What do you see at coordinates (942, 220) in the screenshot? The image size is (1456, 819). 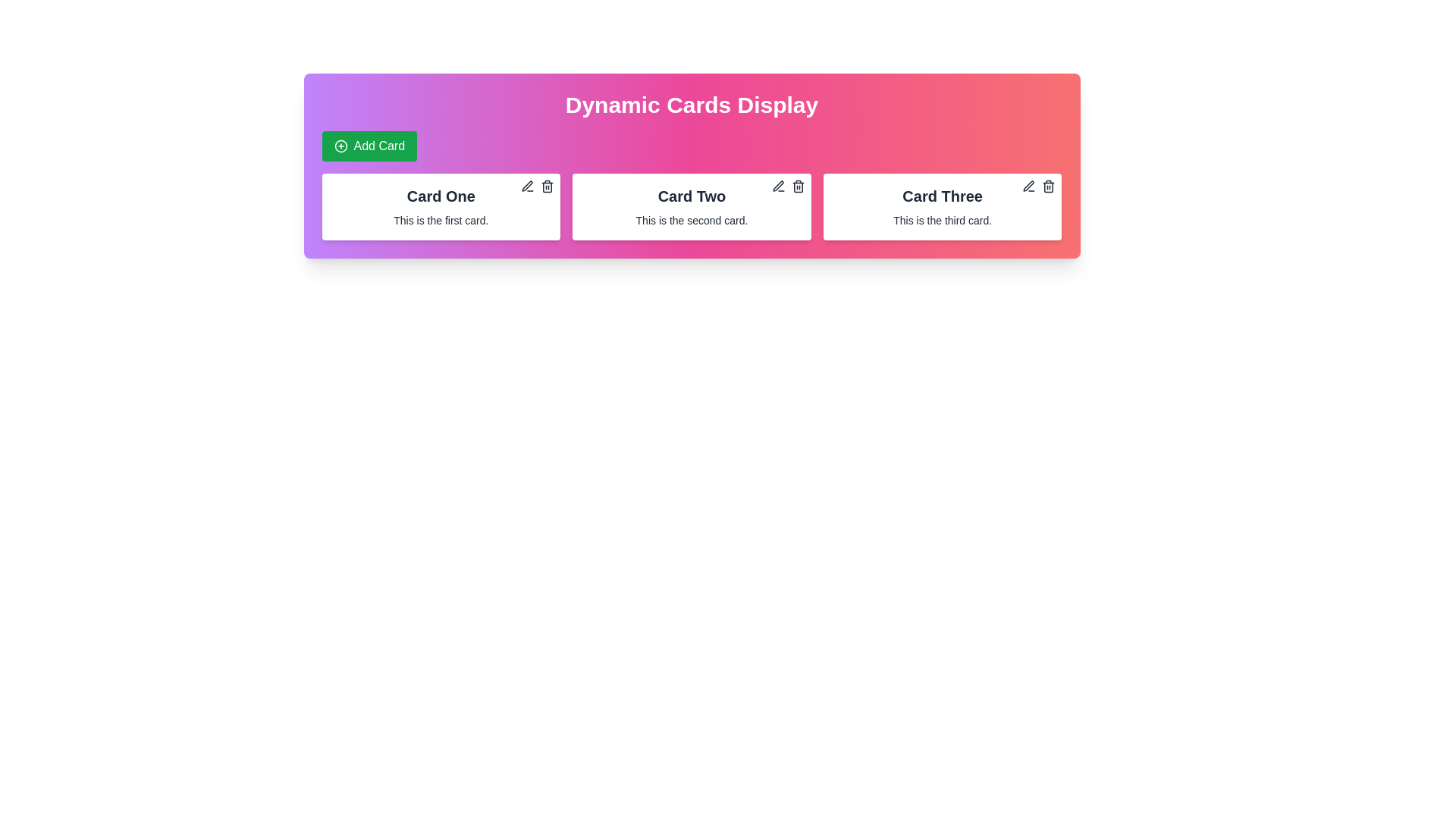 I see `the text displaying 'This is the third card.' positioned below the header 'Card Three' within the third card component` at bounding box center [942, 220].